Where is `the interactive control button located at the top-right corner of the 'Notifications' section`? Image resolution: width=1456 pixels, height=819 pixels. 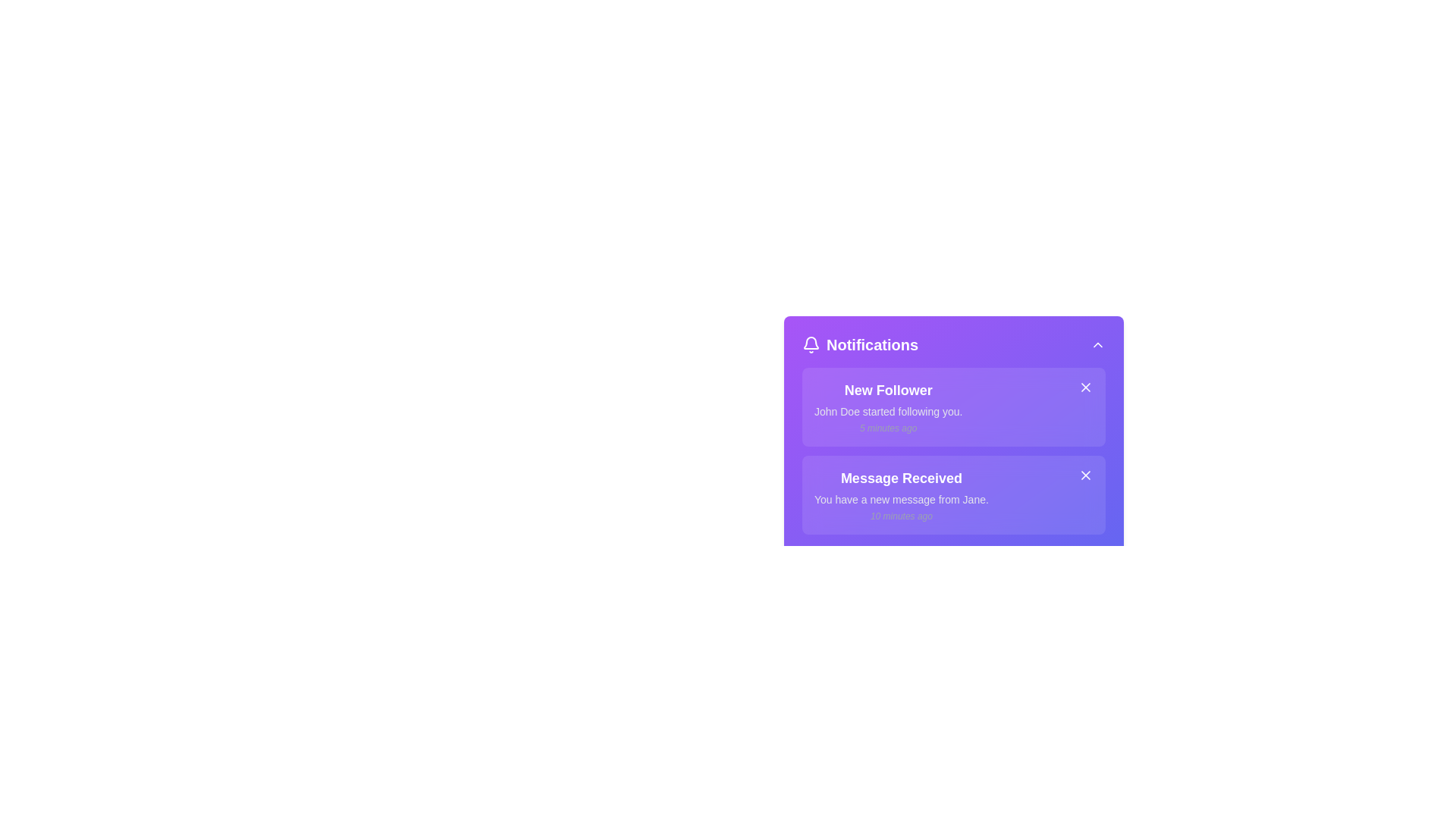
the interactive control button located at the top-right corner of the 'Notifications' section is located at coordinates (1098, 345).